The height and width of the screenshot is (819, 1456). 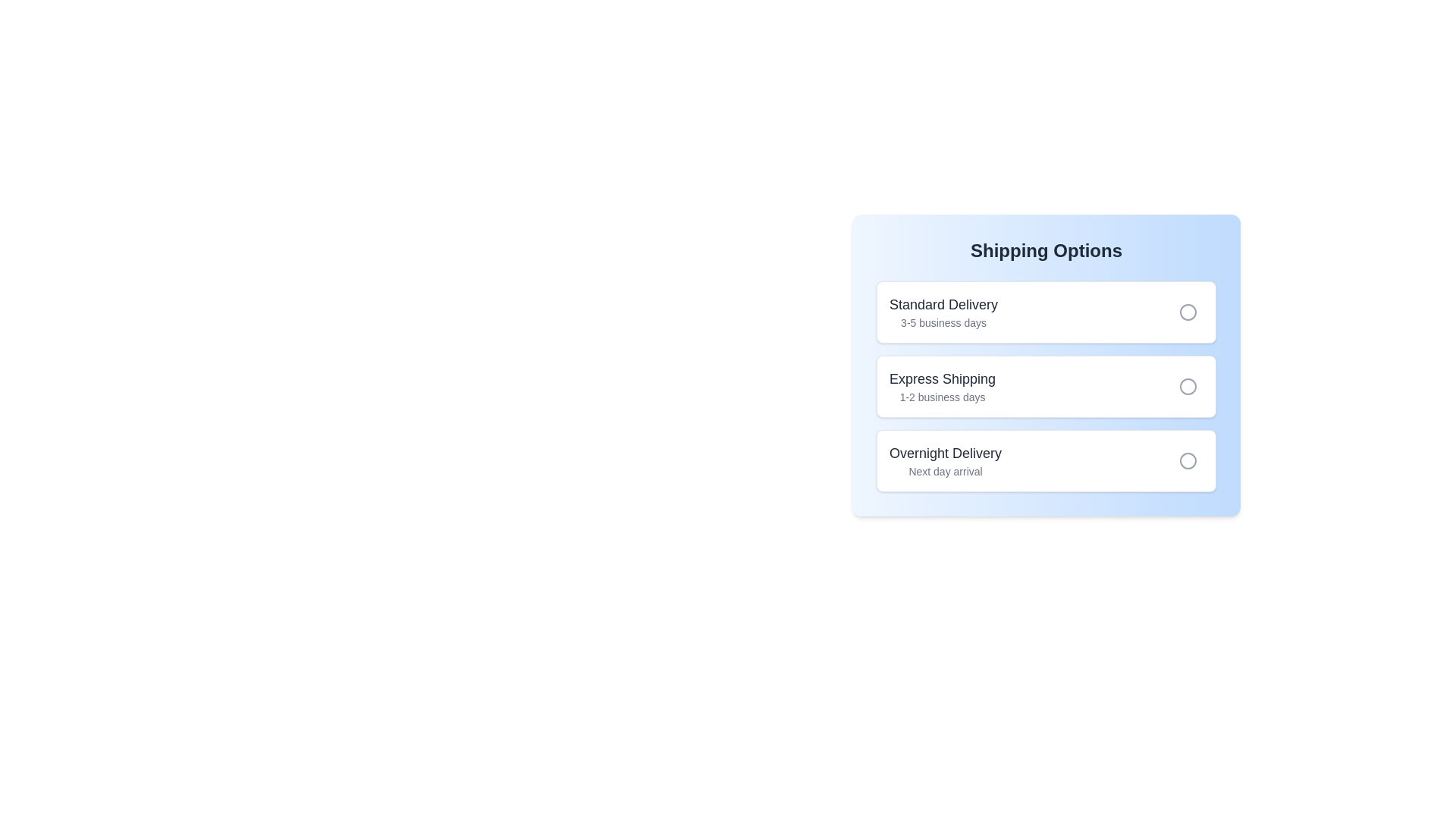 What do you see at coordinates (945, 460) in the screenshot?
I see `the 'Overnight Delivery' text information block, which consists of two lines: 'Overnight Delivery' in bold and 'Next day arrival' below it, centered within the delivery options card` at bounding box center [945, 460].